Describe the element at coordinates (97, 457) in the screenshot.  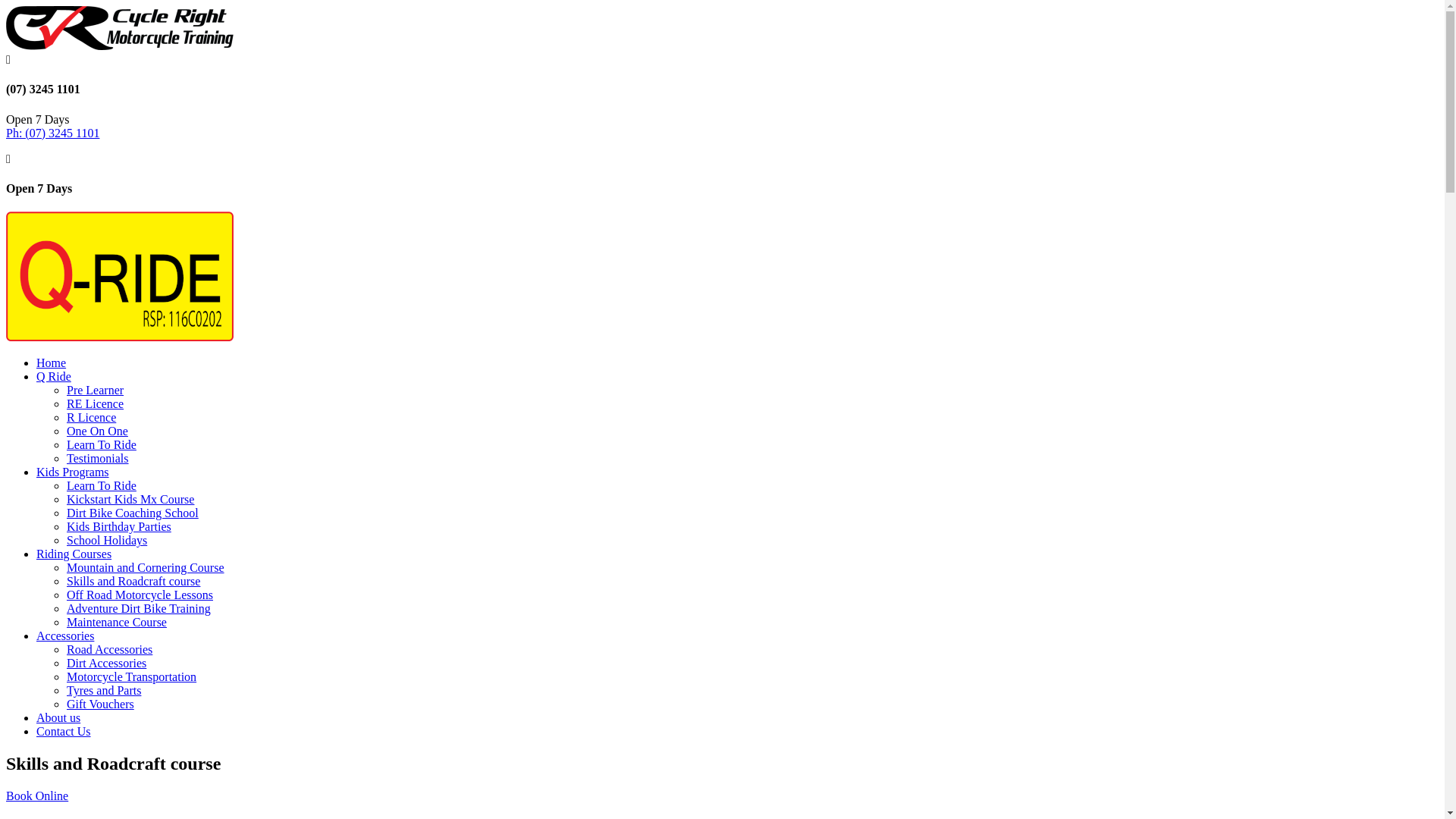
I see `'Testimonials'` at that location.